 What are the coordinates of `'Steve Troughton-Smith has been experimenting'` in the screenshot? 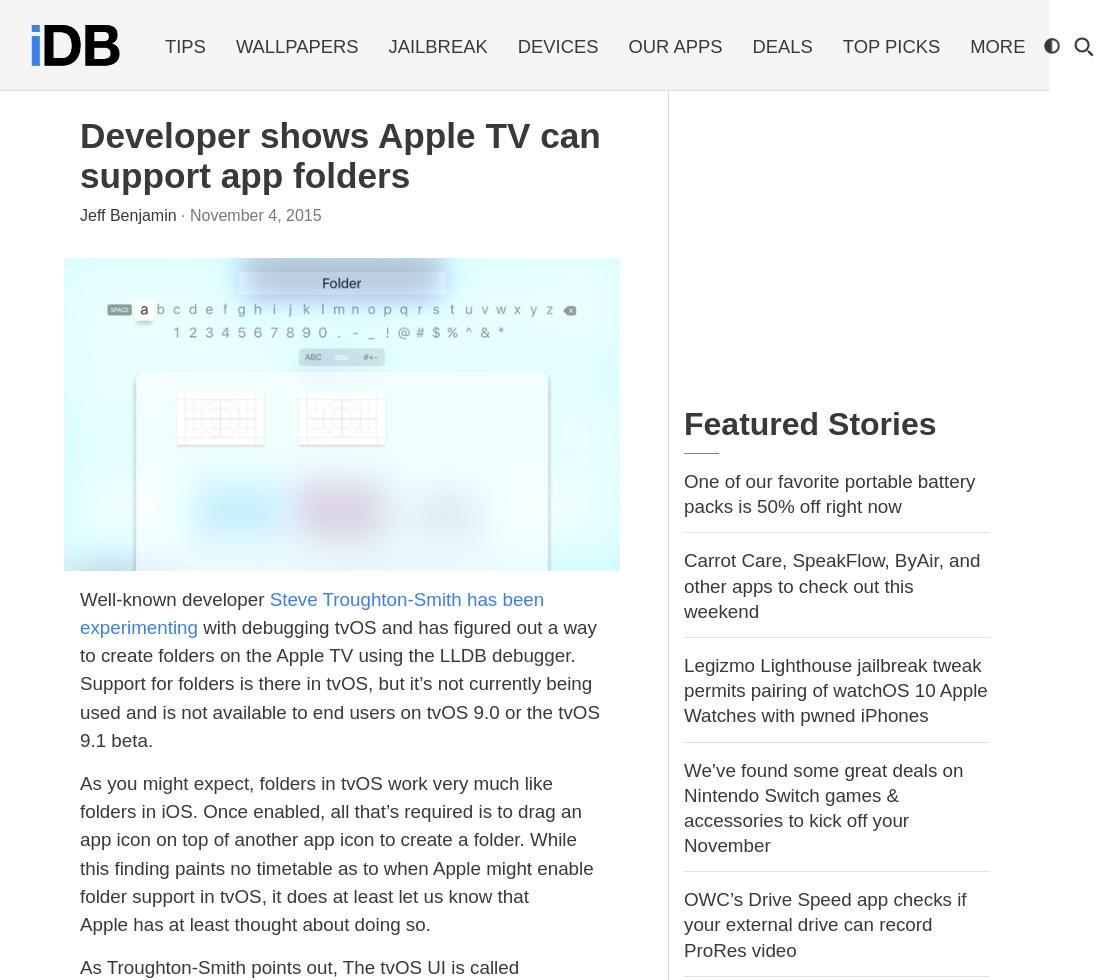 It's located at (310, 612).